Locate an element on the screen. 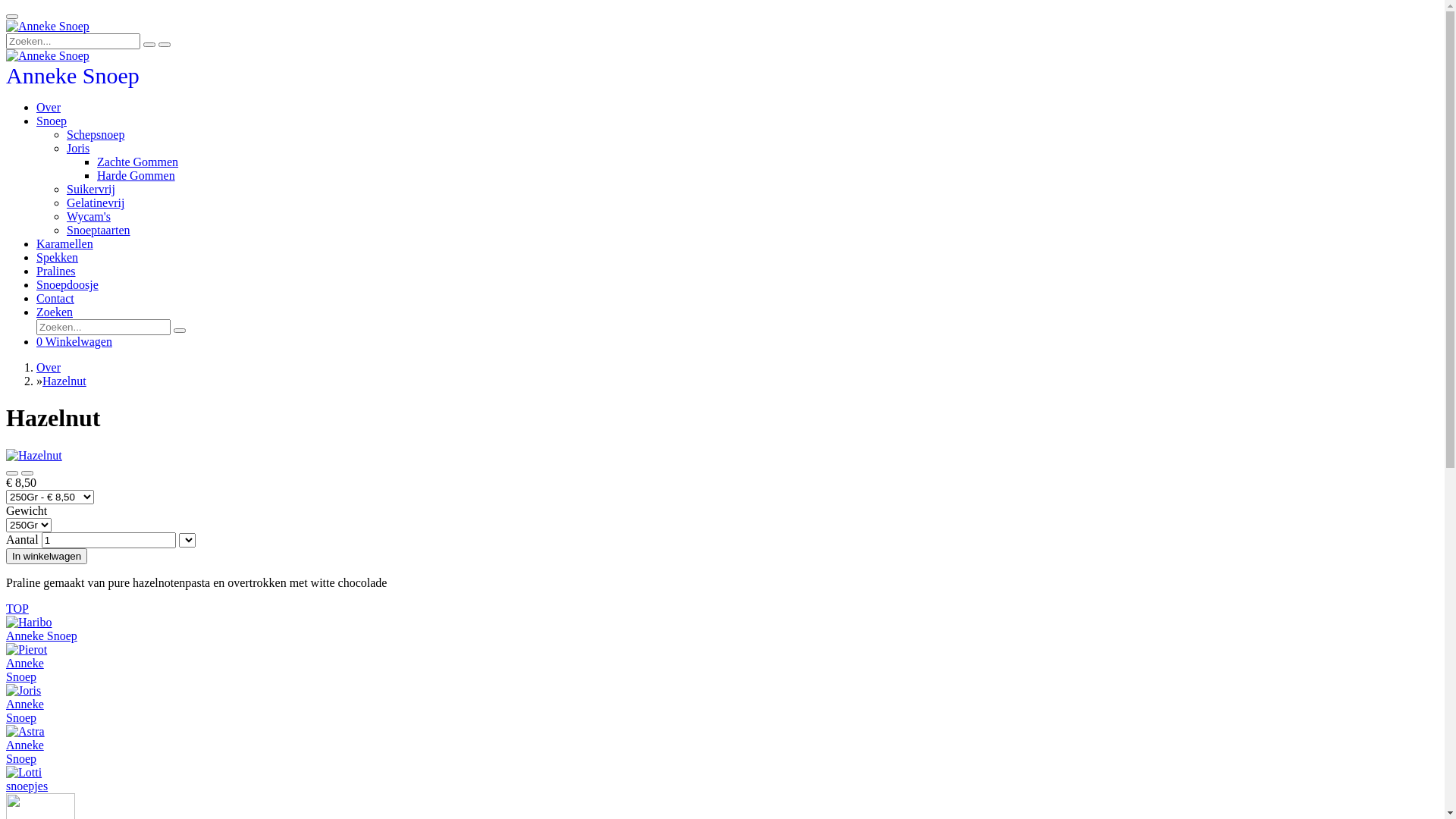 Image resolution: width=1456 pixels, height=819 pixels. '0 Winkelwagen' is located at coordinates (73, 341).